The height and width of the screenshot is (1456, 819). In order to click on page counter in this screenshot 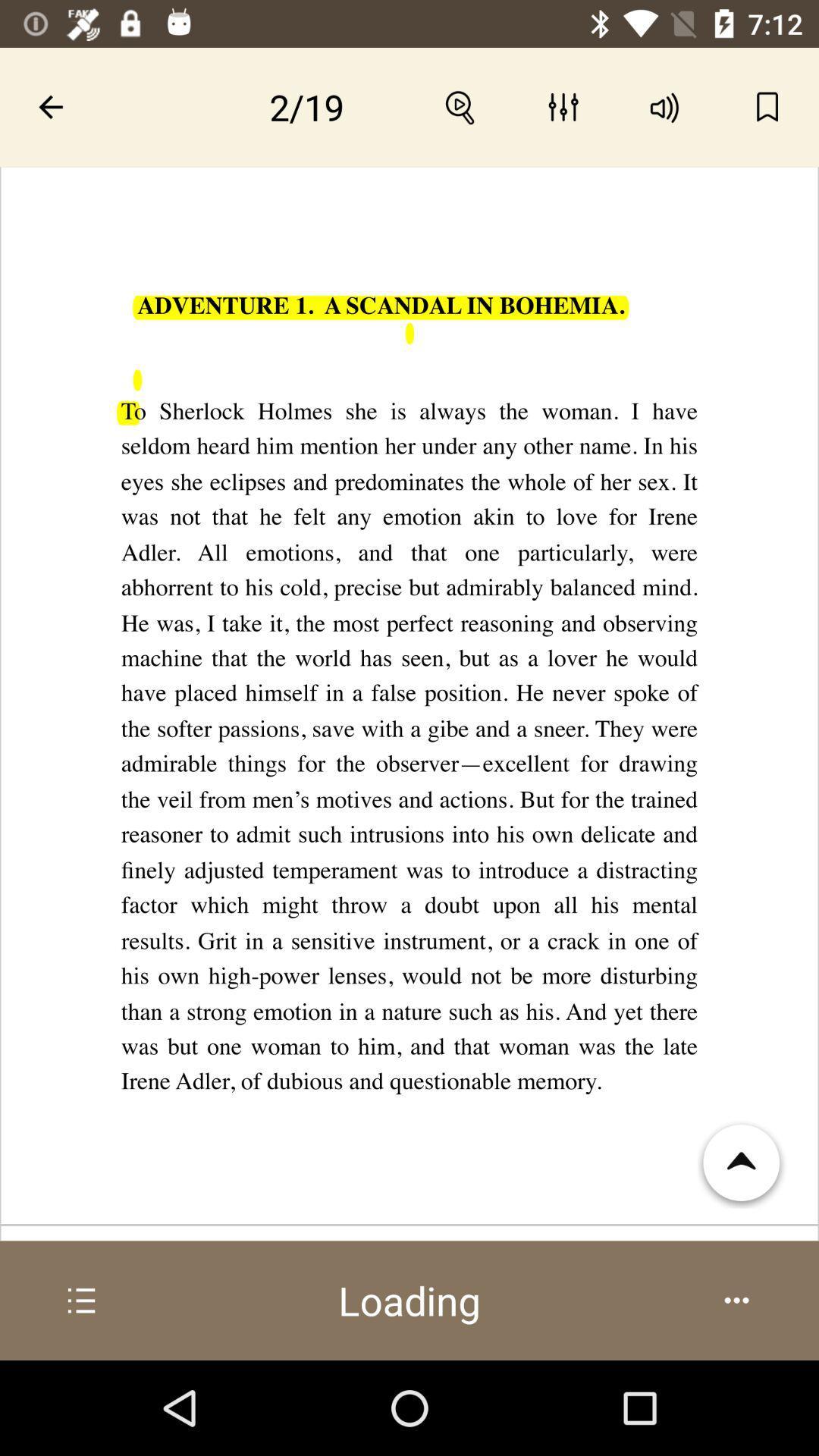, I will do `click(307, 106)`.